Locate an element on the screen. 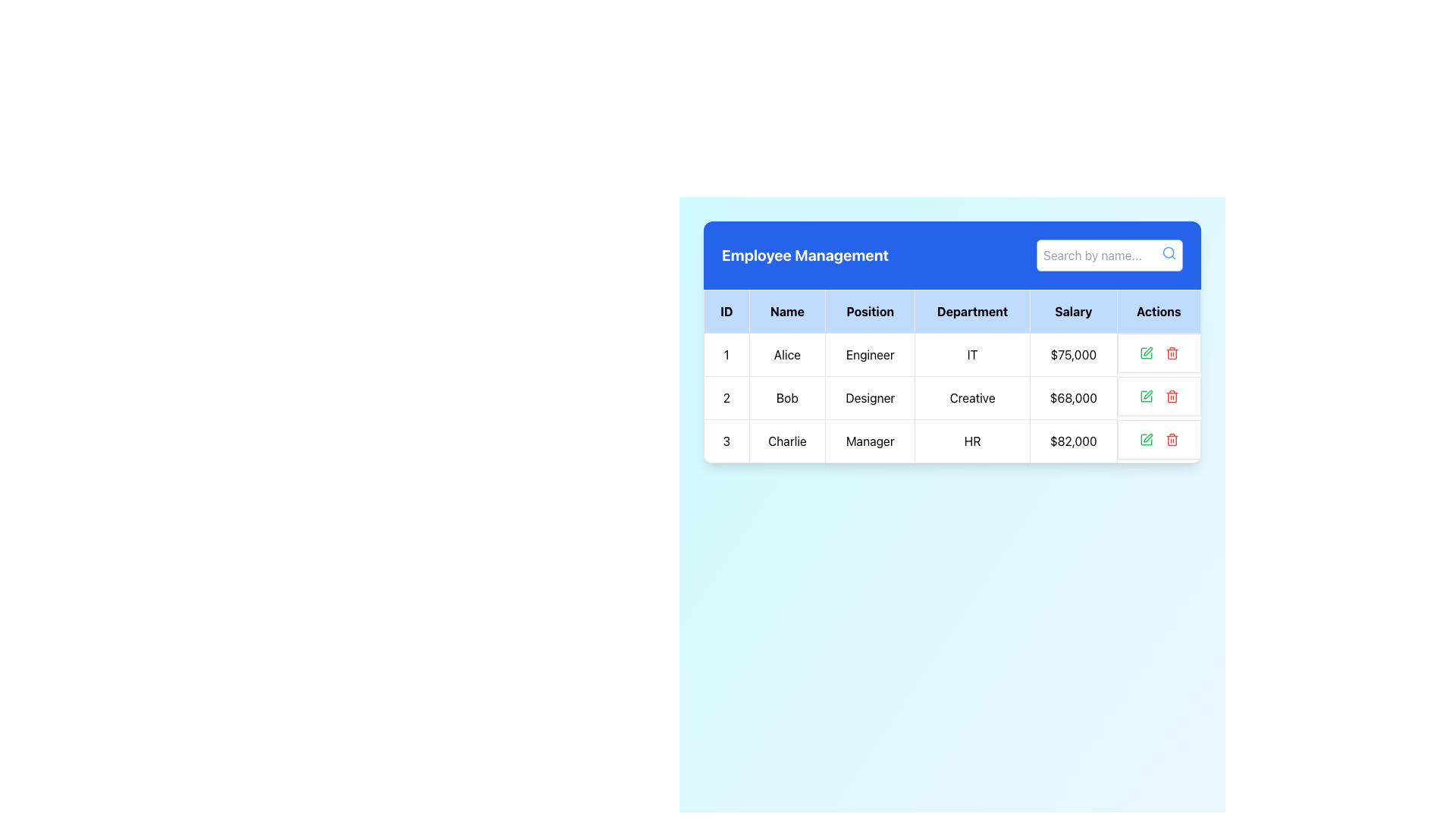  the delete button located at the rightmost side of the 'Actions' column, aligned with the third row for the 'Charlie' entry is located at coordinates (1171, 439).